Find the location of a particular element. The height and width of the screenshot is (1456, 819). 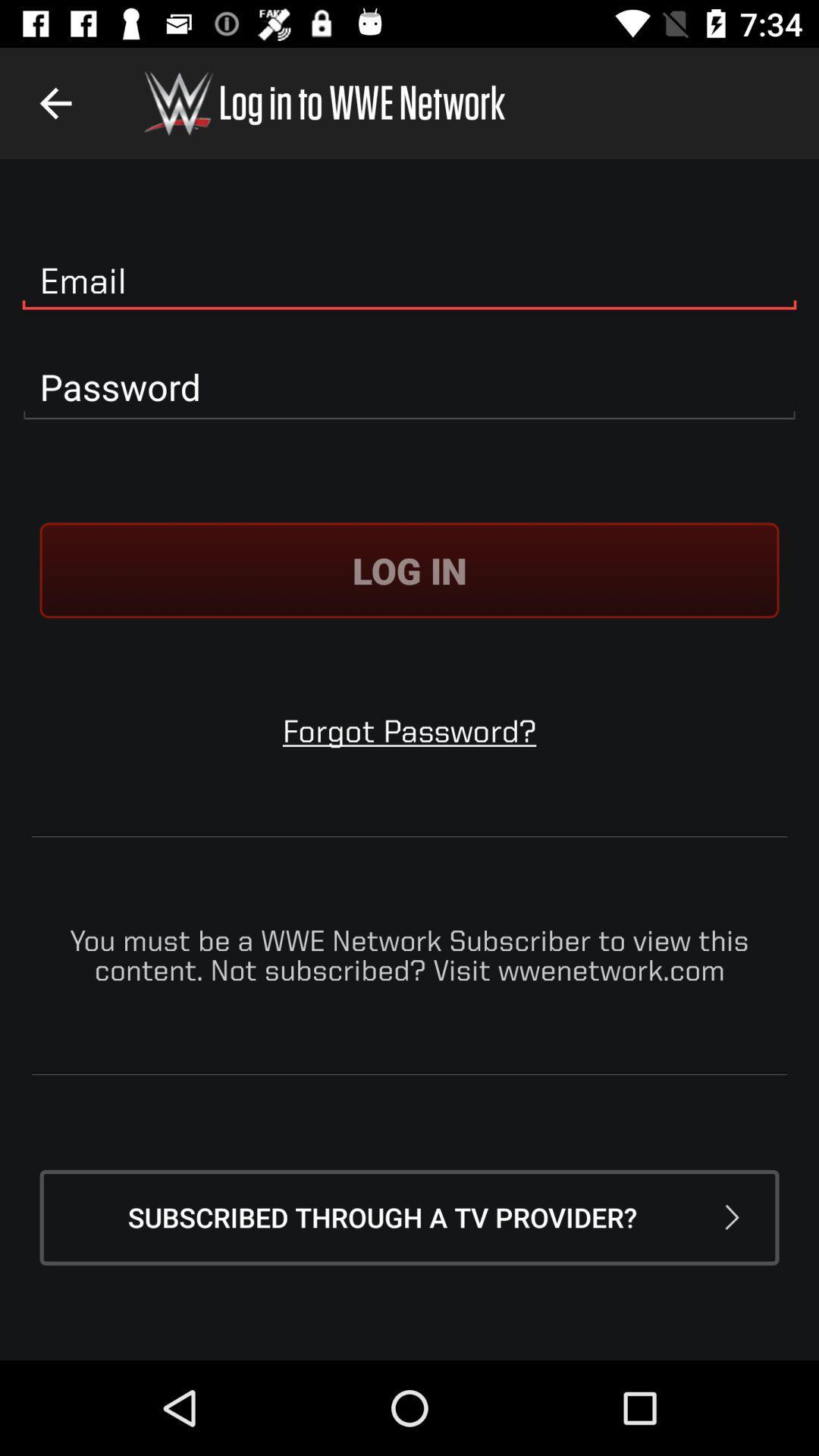

input email address is located at coordinates (409, 281).